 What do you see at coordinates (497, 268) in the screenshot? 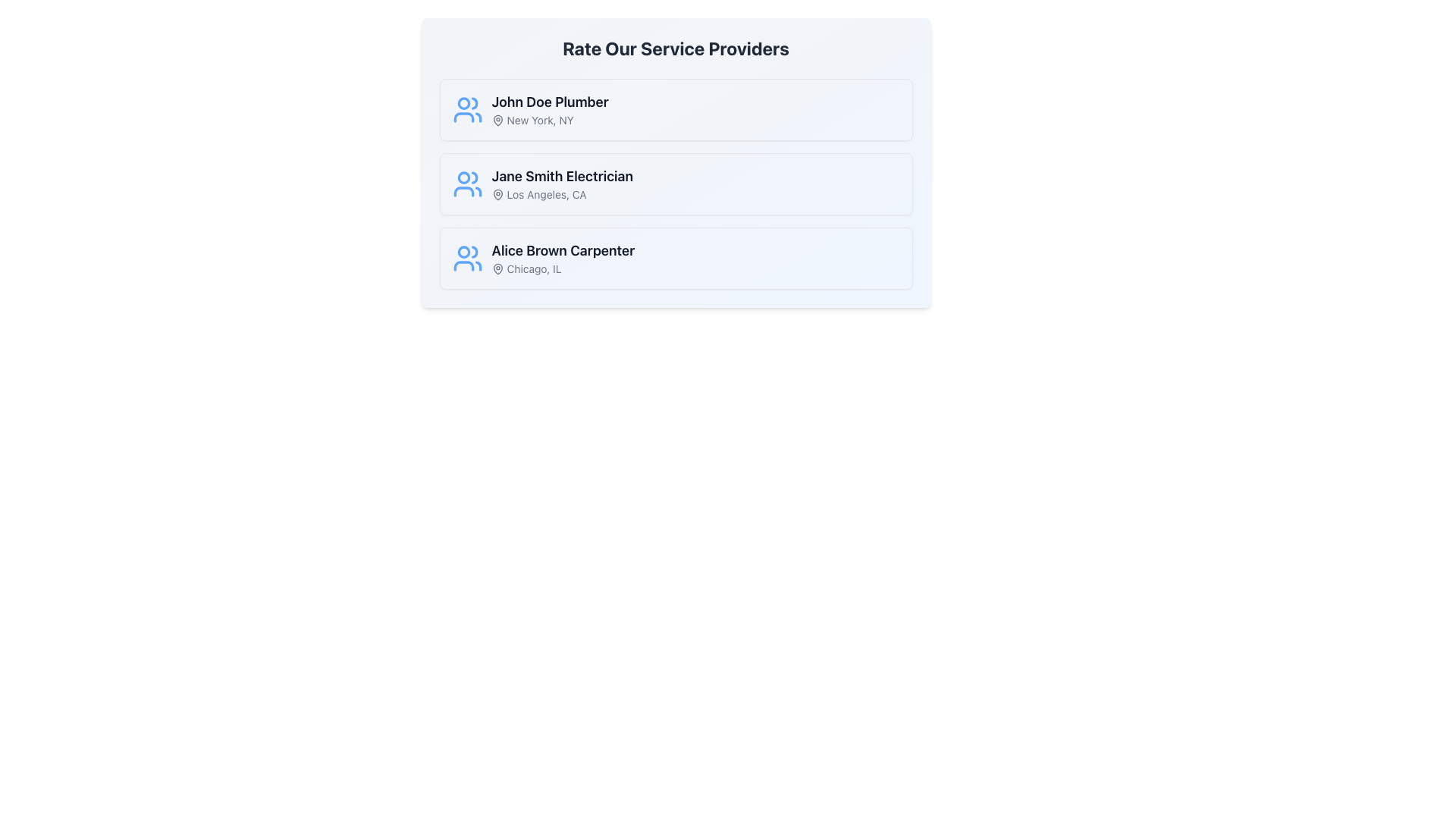
I see `the geometric pin-like icon located in the last card of the vertical list, adjacent to the text 'Chicago, IL', which signifies a location` at bounding box center [497, 268].